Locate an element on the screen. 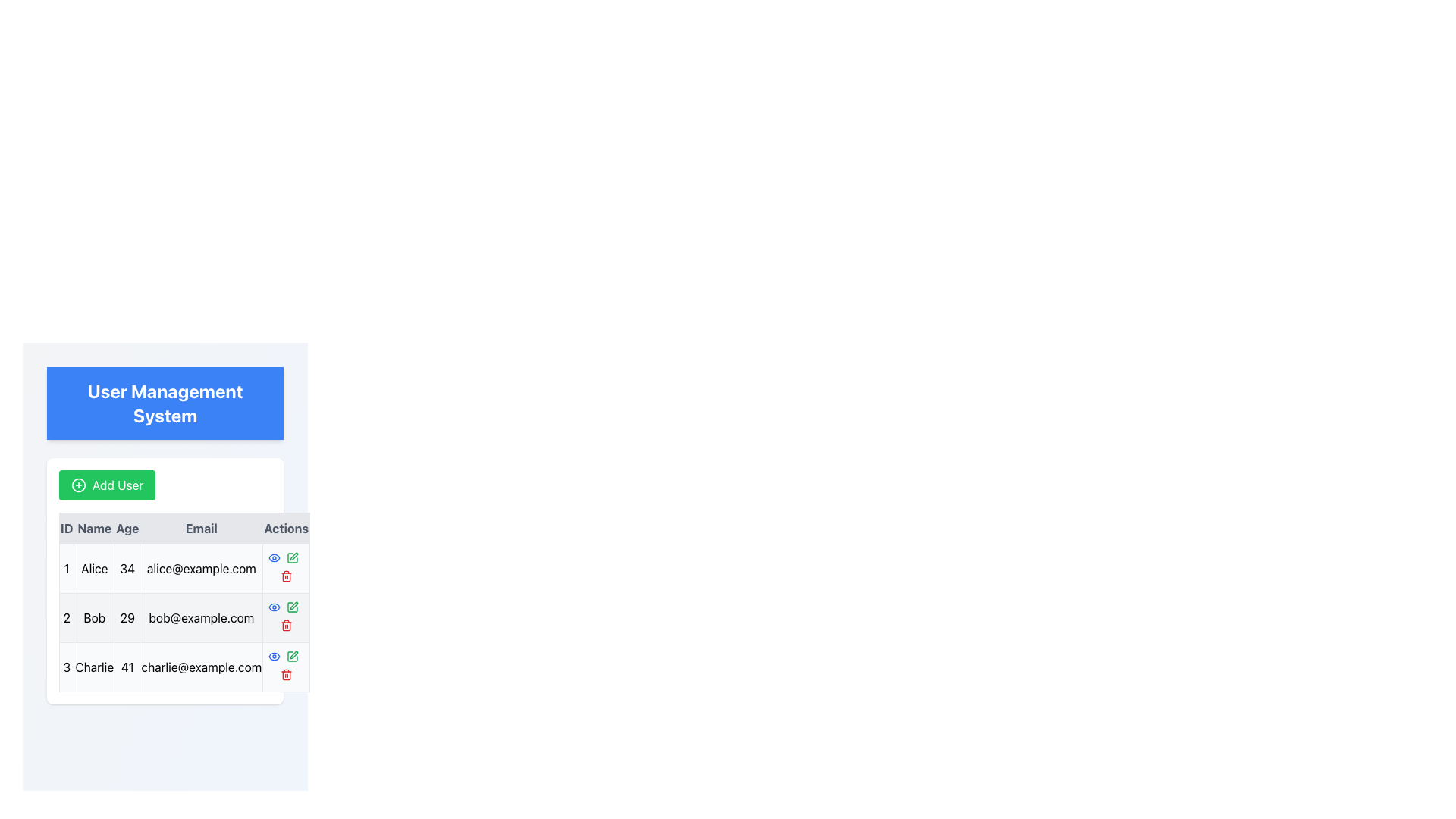 This screenshot has height=819, width=1456. the icon located to the left of the green 'Add User' button, which indicates the purpose of the button in the 'User Management System' interface is located at coordinates (78, 485).